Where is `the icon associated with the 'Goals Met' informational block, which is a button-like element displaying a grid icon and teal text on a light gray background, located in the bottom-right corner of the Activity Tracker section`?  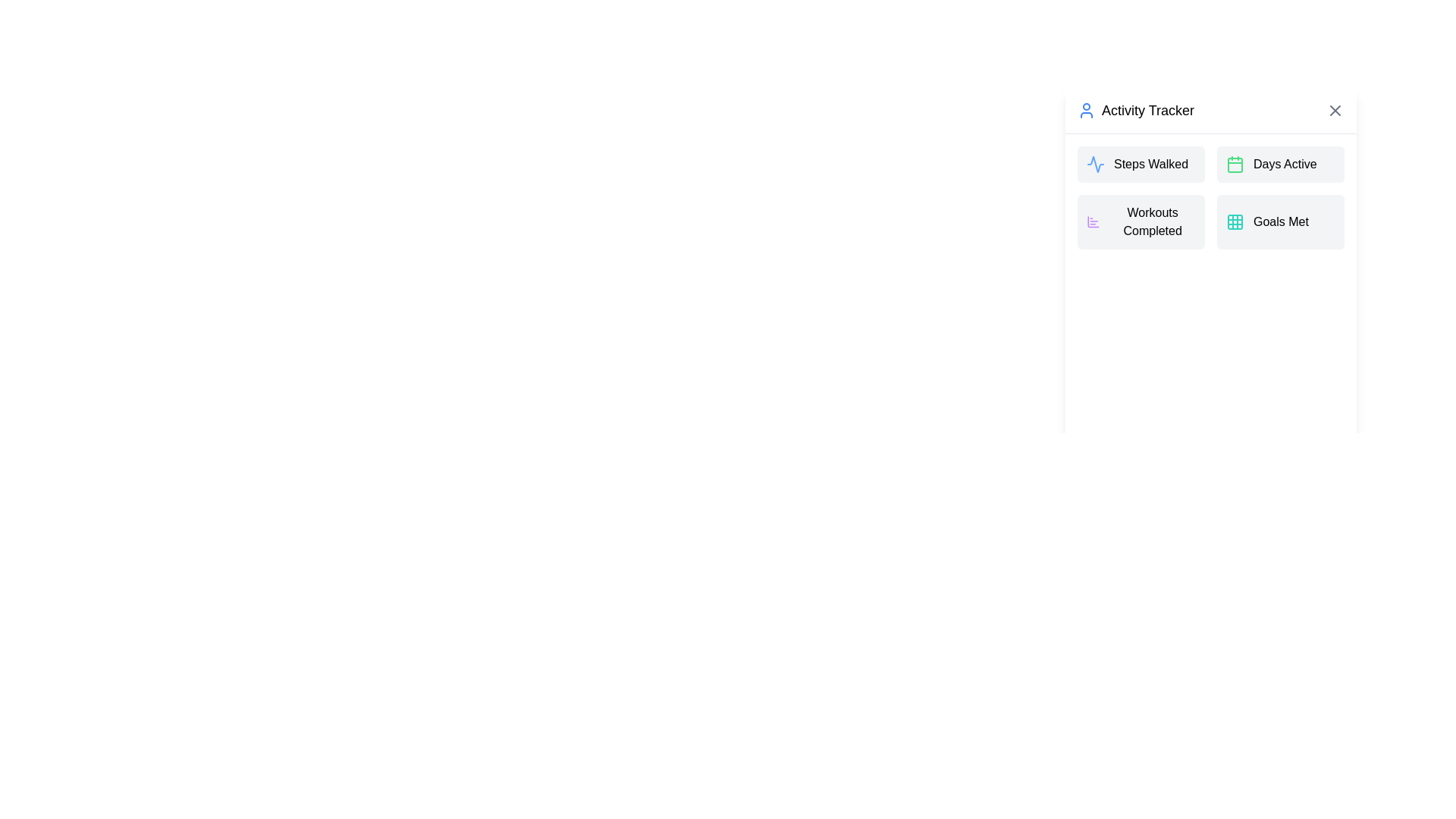
the icon associated with the 'Goals Met' informational block, which is a button-like element displaying a grid icon and teal text on a light gray background, located in the bottom-right corner of the Activity Tracker section is located at coordinates (1280, 222).